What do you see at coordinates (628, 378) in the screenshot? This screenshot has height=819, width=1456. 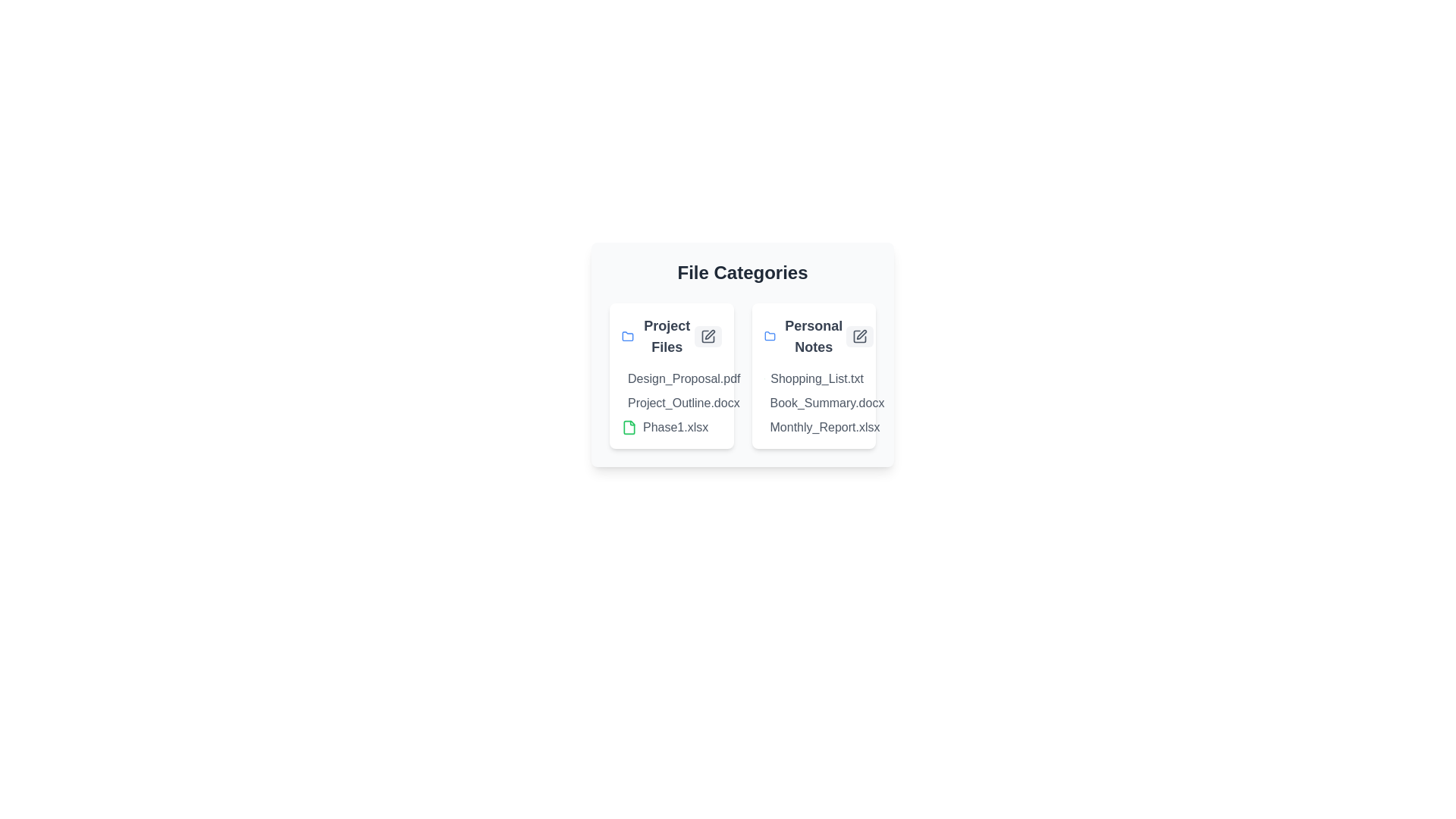 I see `the document Design_Proposal.pdf` at bounding box center [628, 378].